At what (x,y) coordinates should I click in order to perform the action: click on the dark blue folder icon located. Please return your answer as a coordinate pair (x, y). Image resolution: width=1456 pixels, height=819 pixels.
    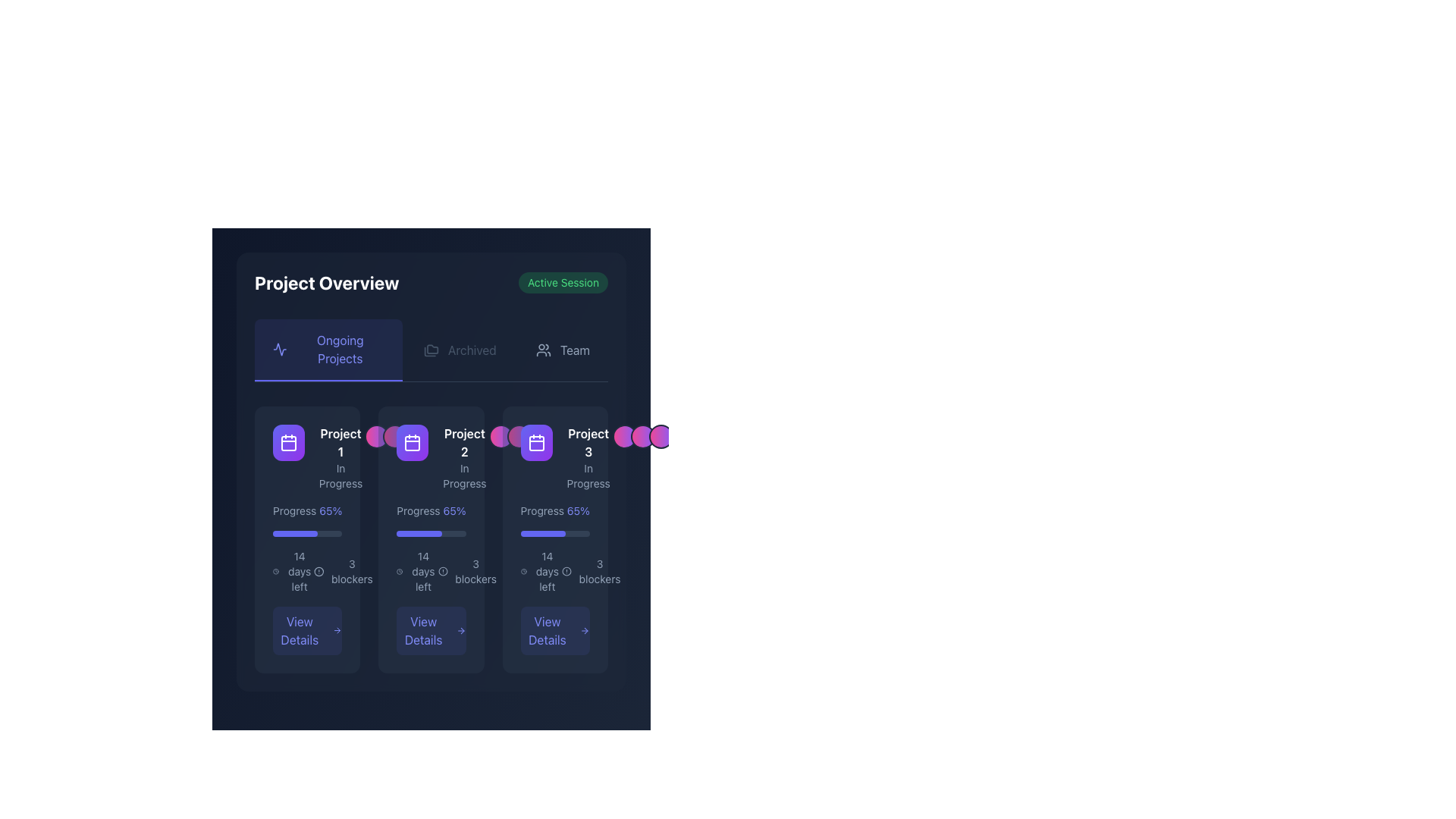
    Looking at the image, I should click on (431, 349).